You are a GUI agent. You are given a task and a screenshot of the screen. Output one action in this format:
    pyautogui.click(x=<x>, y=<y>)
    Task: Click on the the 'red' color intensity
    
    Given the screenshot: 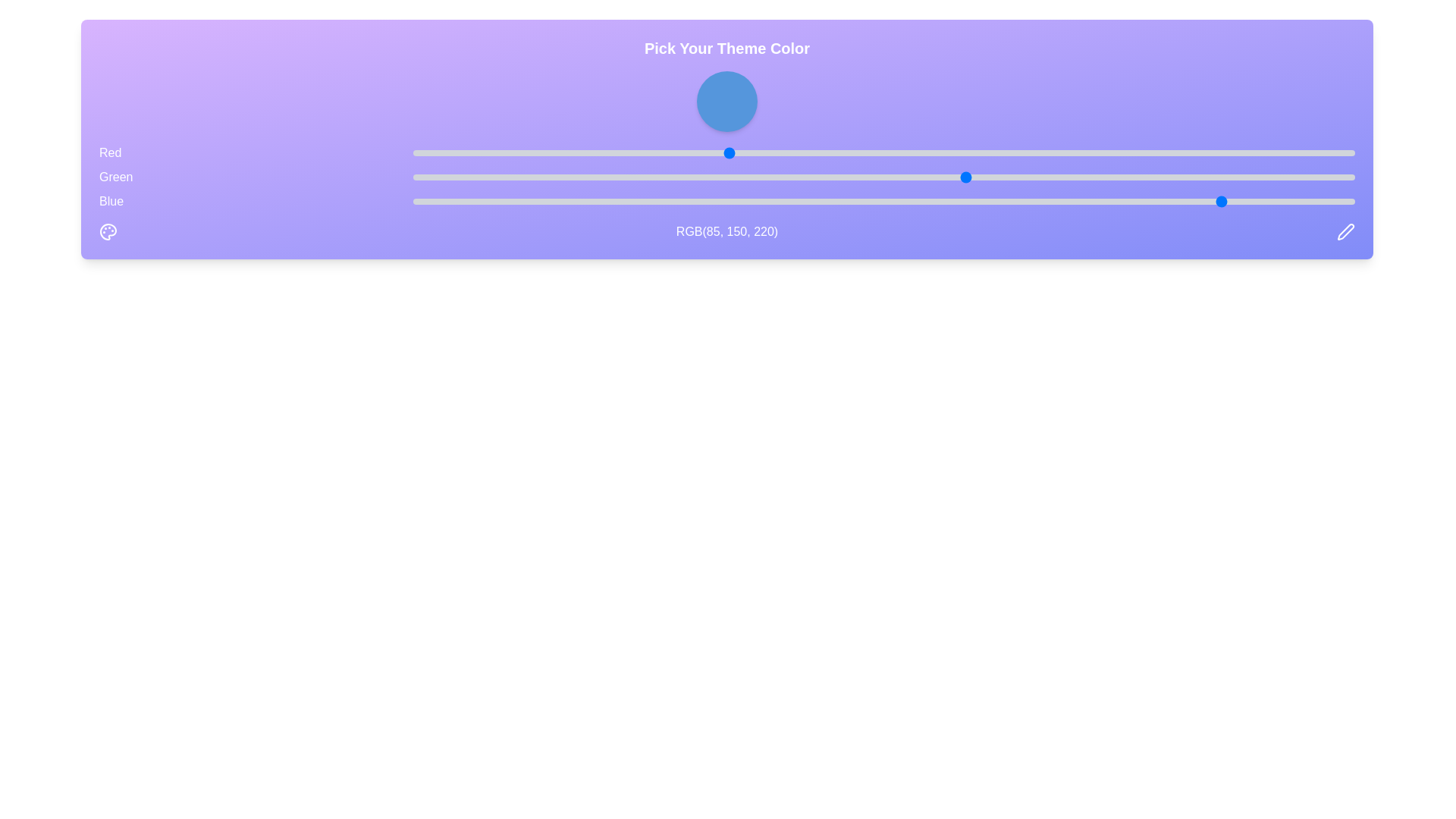 What is the action you would take?
    pyautogui.click(x=631, y=152)
    